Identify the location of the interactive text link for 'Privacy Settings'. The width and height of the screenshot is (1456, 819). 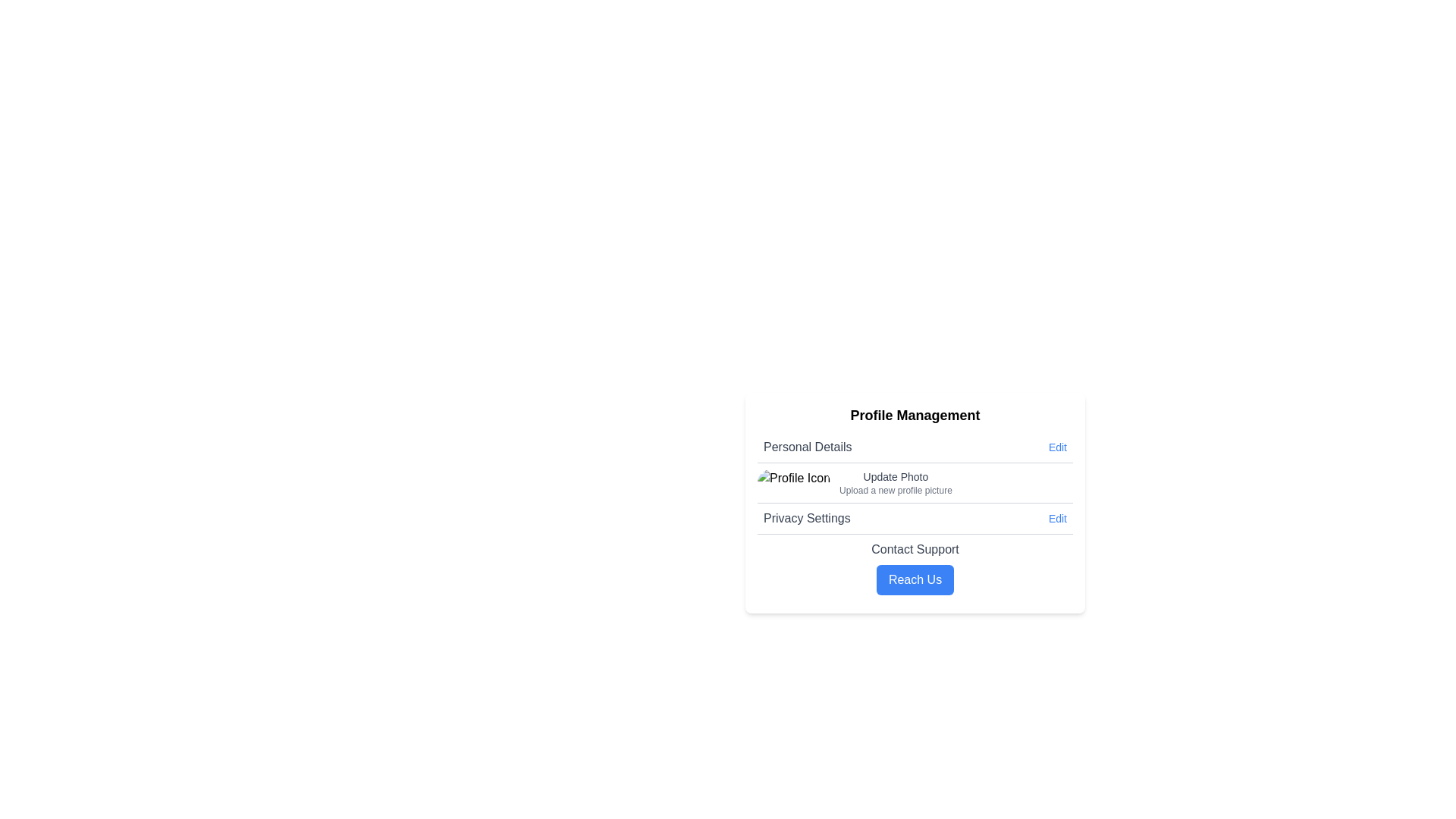
(1056, 517).